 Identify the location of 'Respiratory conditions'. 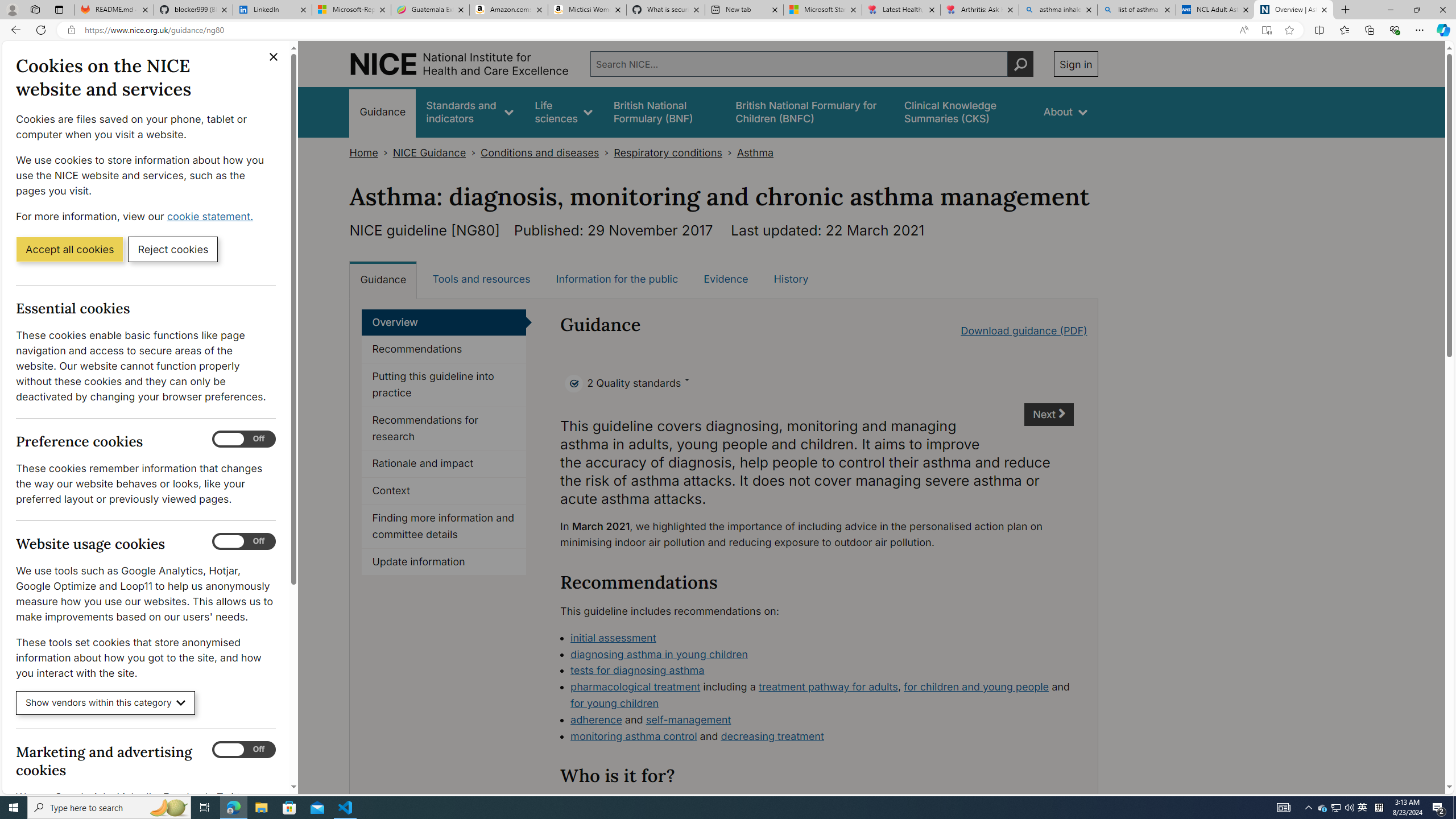
(667, 152).